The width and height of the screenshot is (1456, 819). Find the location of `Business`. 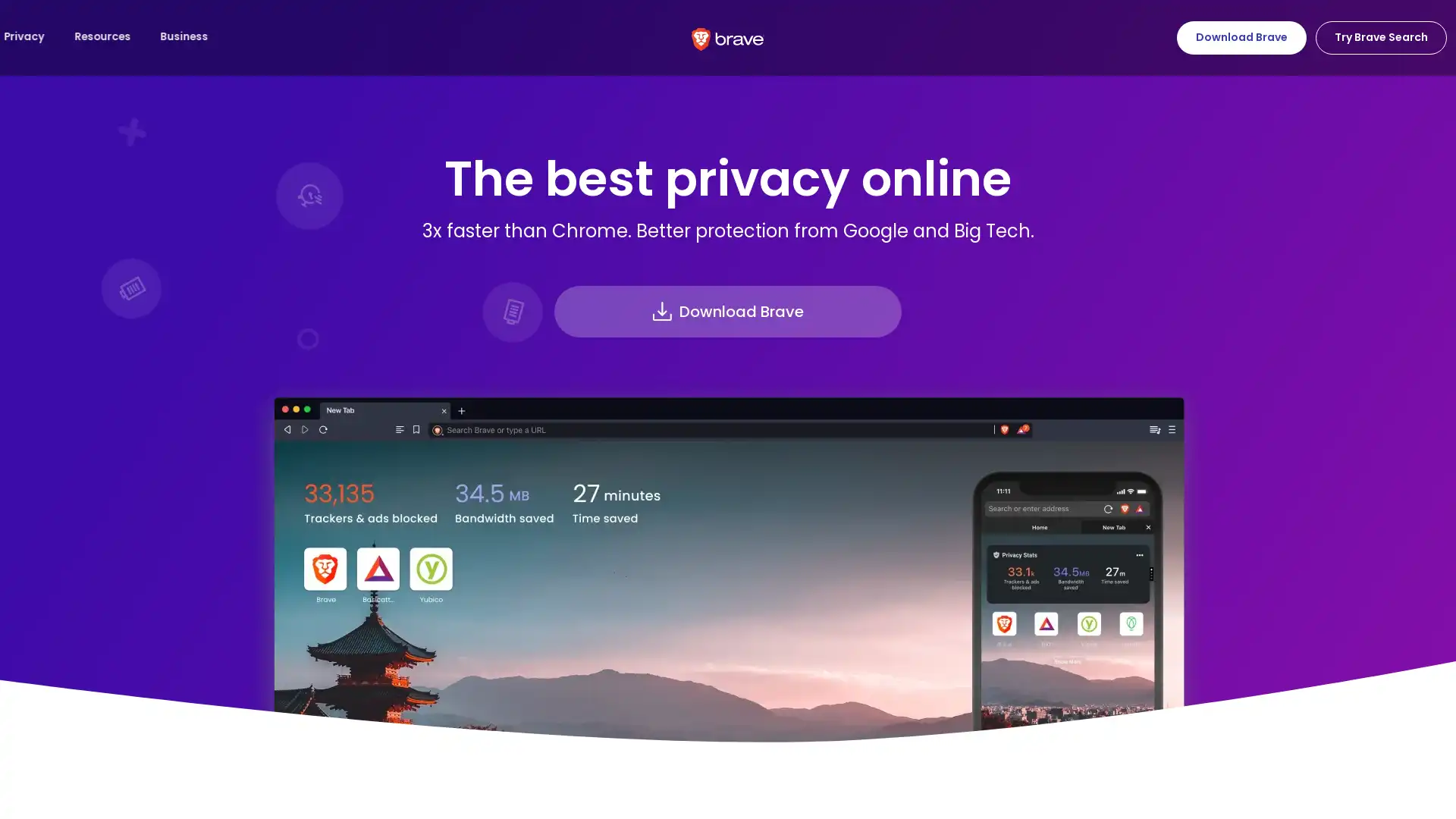

Business is located at coordinates (356, 36).